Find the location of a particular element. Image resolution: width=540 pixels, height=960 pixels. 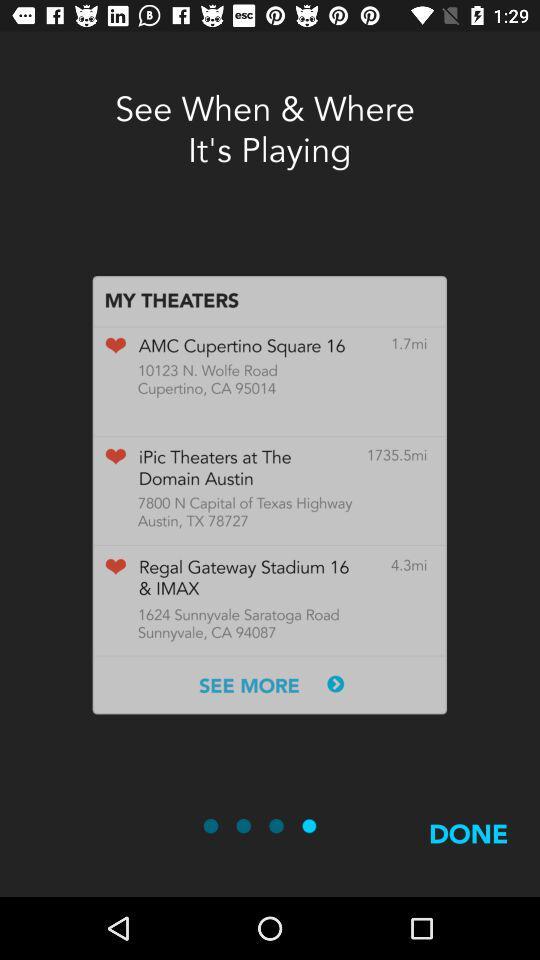

the done icon is located at coordinates (468, 856).